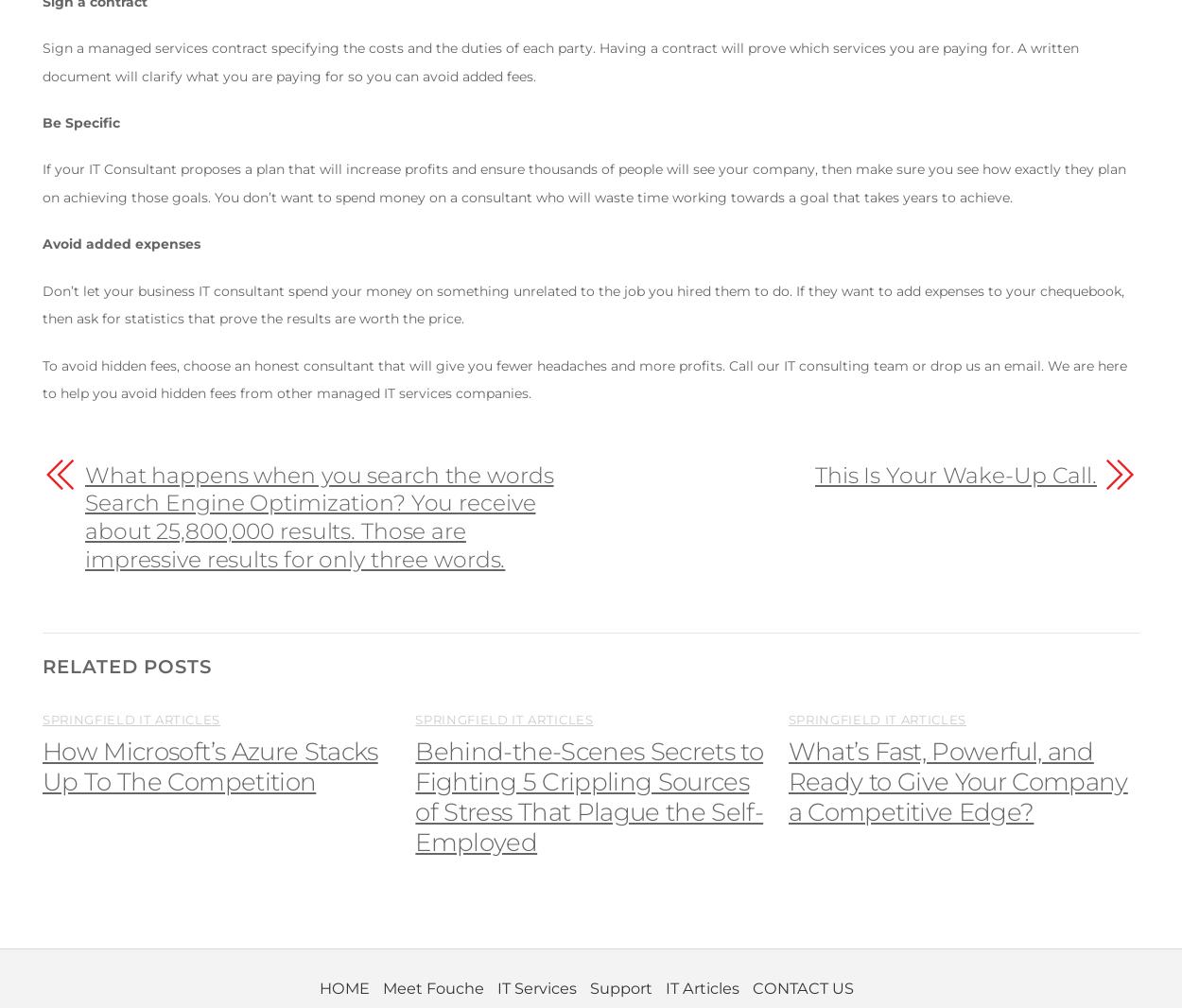 The width and height of the screenshot is (1182, 1008). Describe the element at coordinates (342, 987) in the screenshot. I see `'HOME'` at that location.